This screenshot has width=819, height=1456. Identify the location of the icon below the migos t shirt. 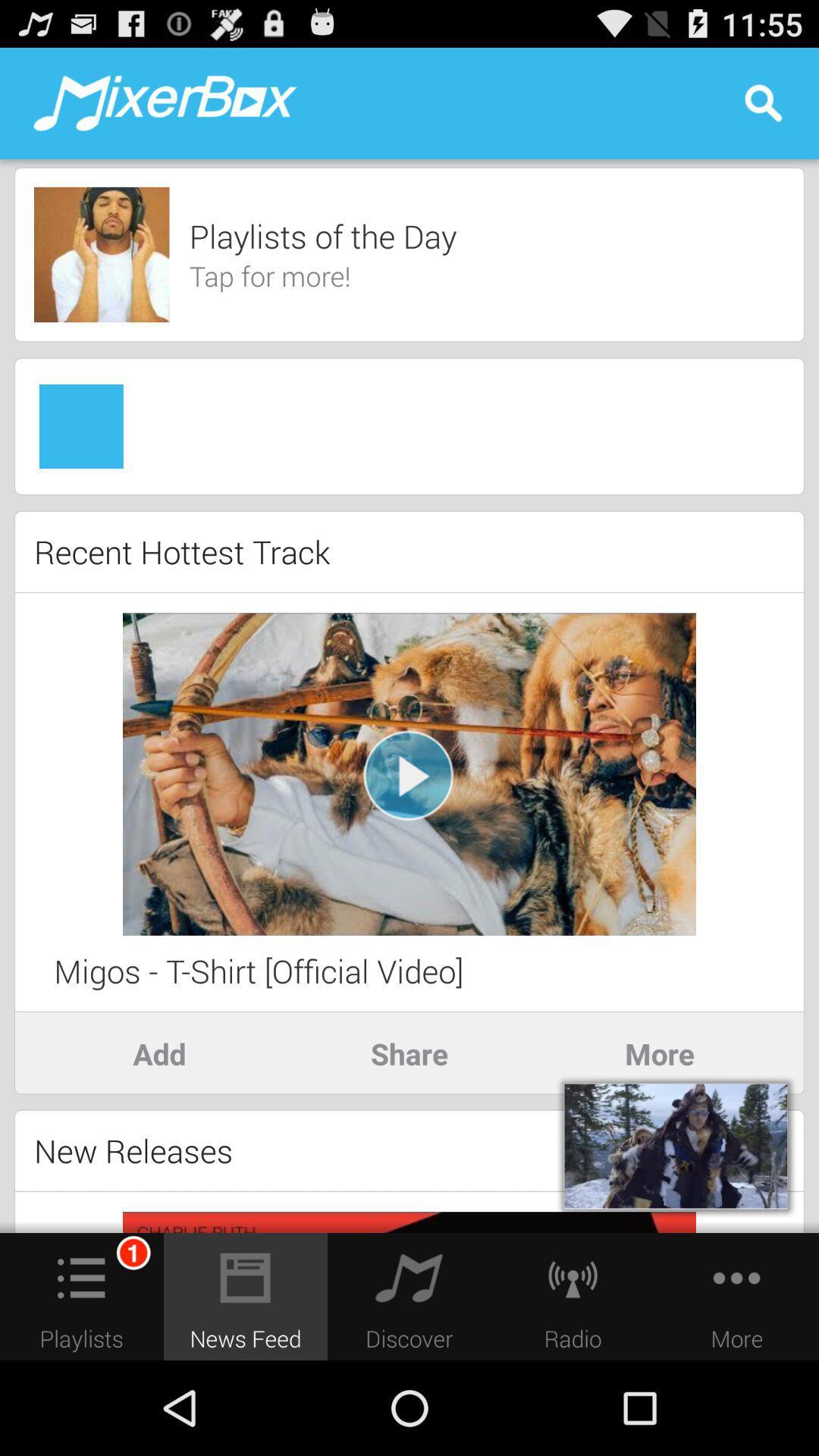
(158, 1053).